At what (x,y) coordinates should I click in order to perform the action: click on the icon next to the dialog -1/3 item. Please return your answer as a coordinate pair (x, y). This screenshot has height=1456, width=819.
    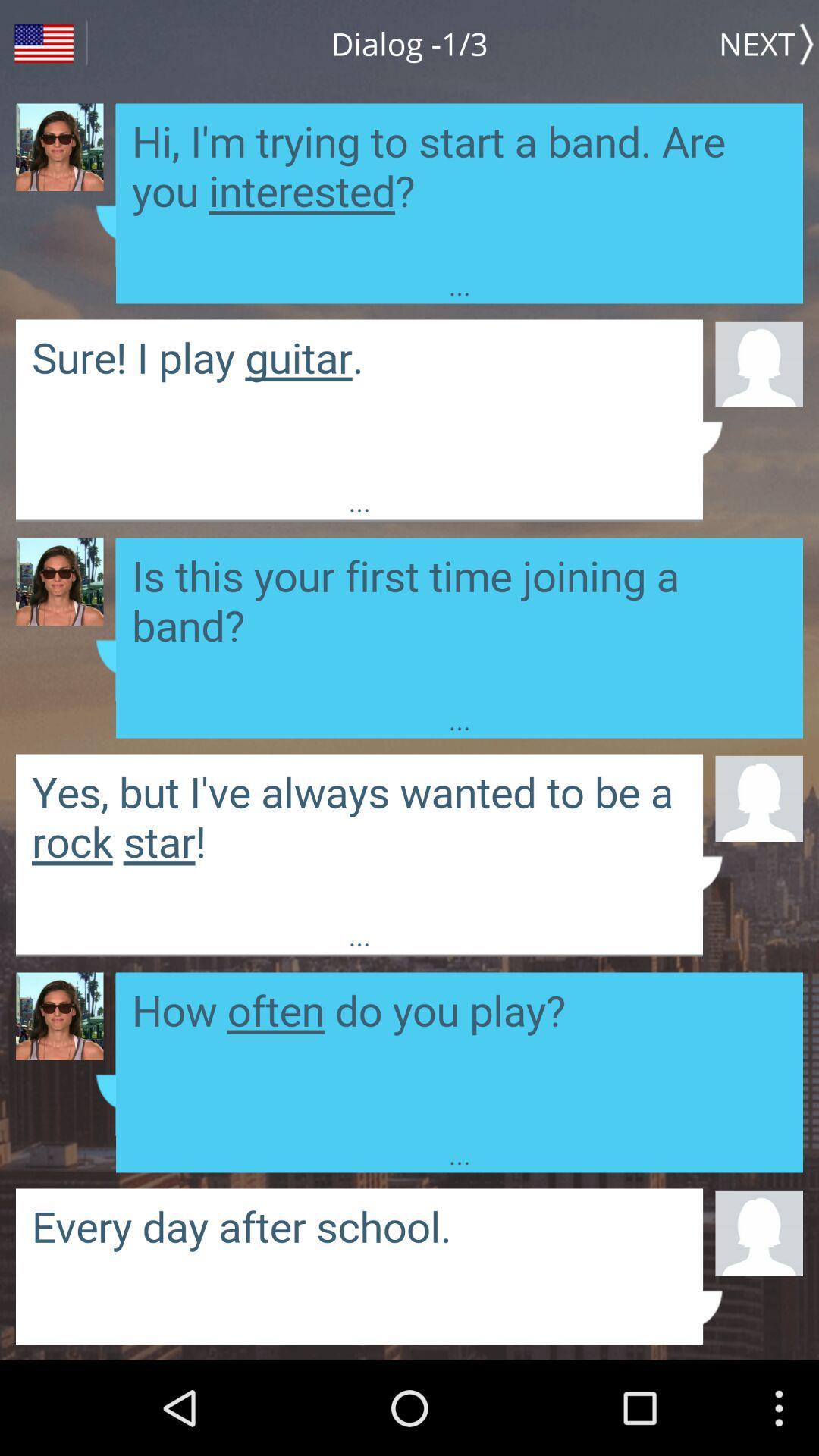
    Looking at the image, I should click on (42, 43).